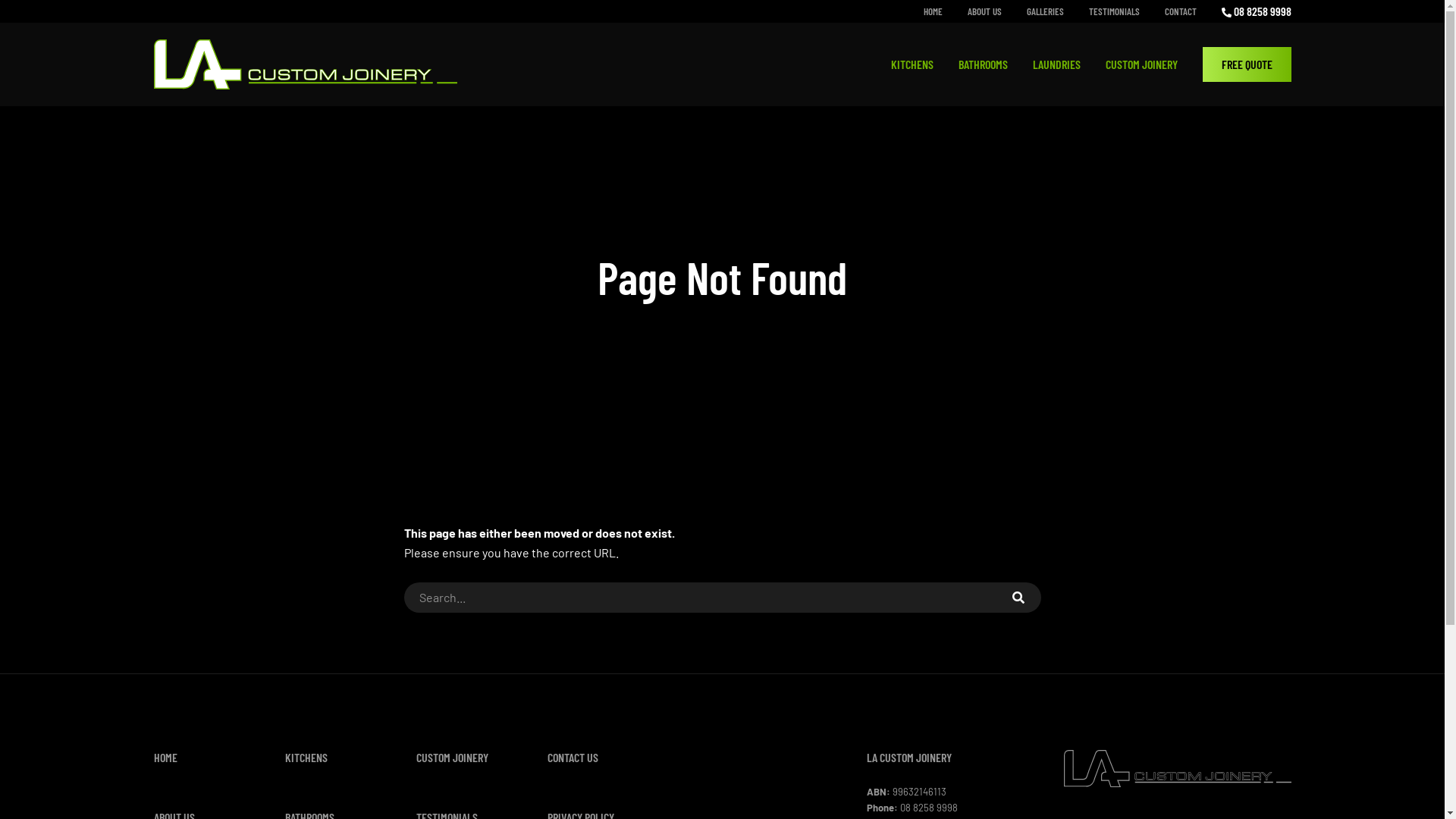  Describe the element at coordinates (572, 757) in the screenshot. I see `'CONTACT US'` at that location.